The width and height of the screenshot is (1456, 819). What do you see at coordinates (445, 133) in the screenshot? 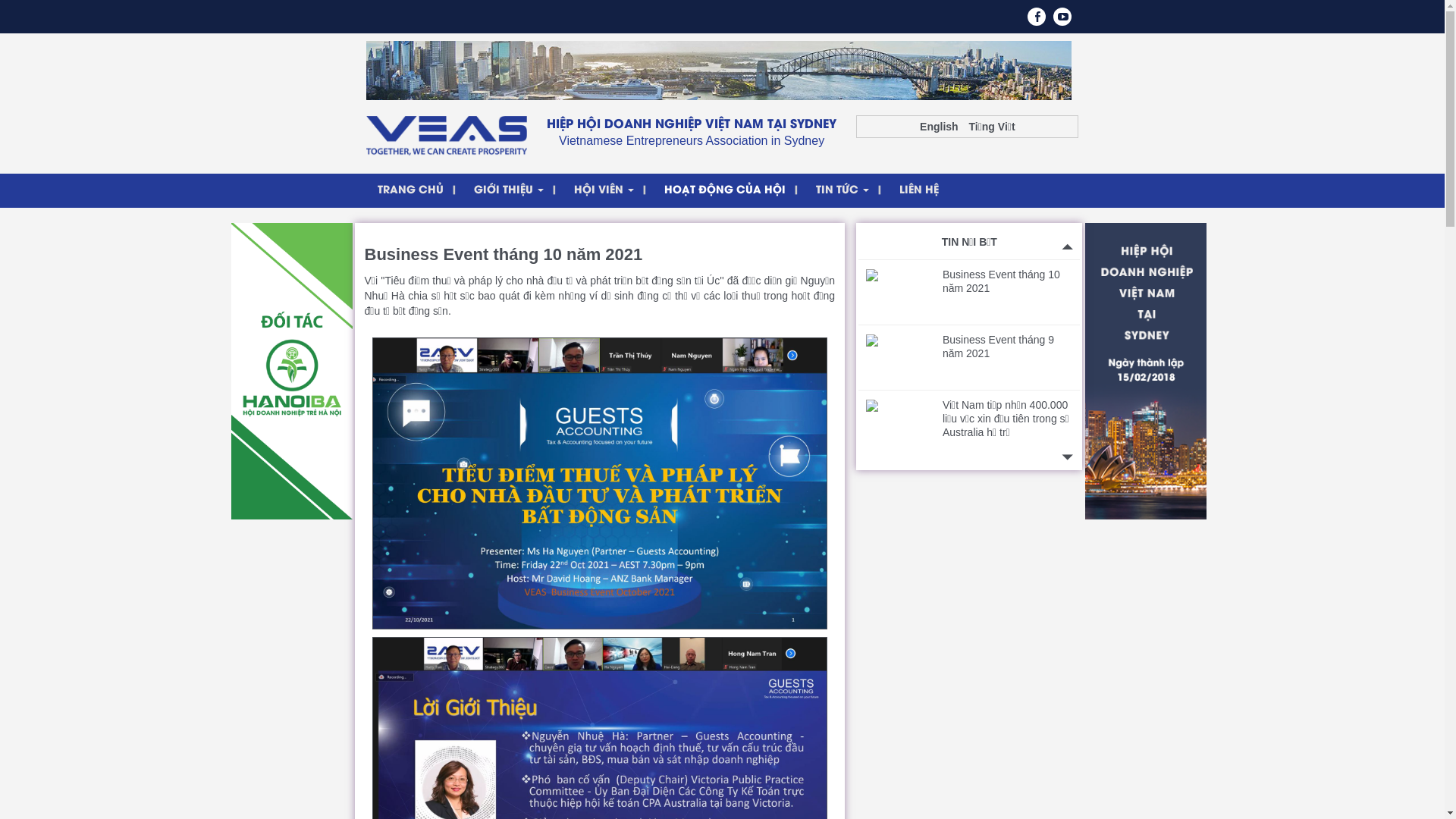
I see `'VEAS'` at bounding box center [445, 133].